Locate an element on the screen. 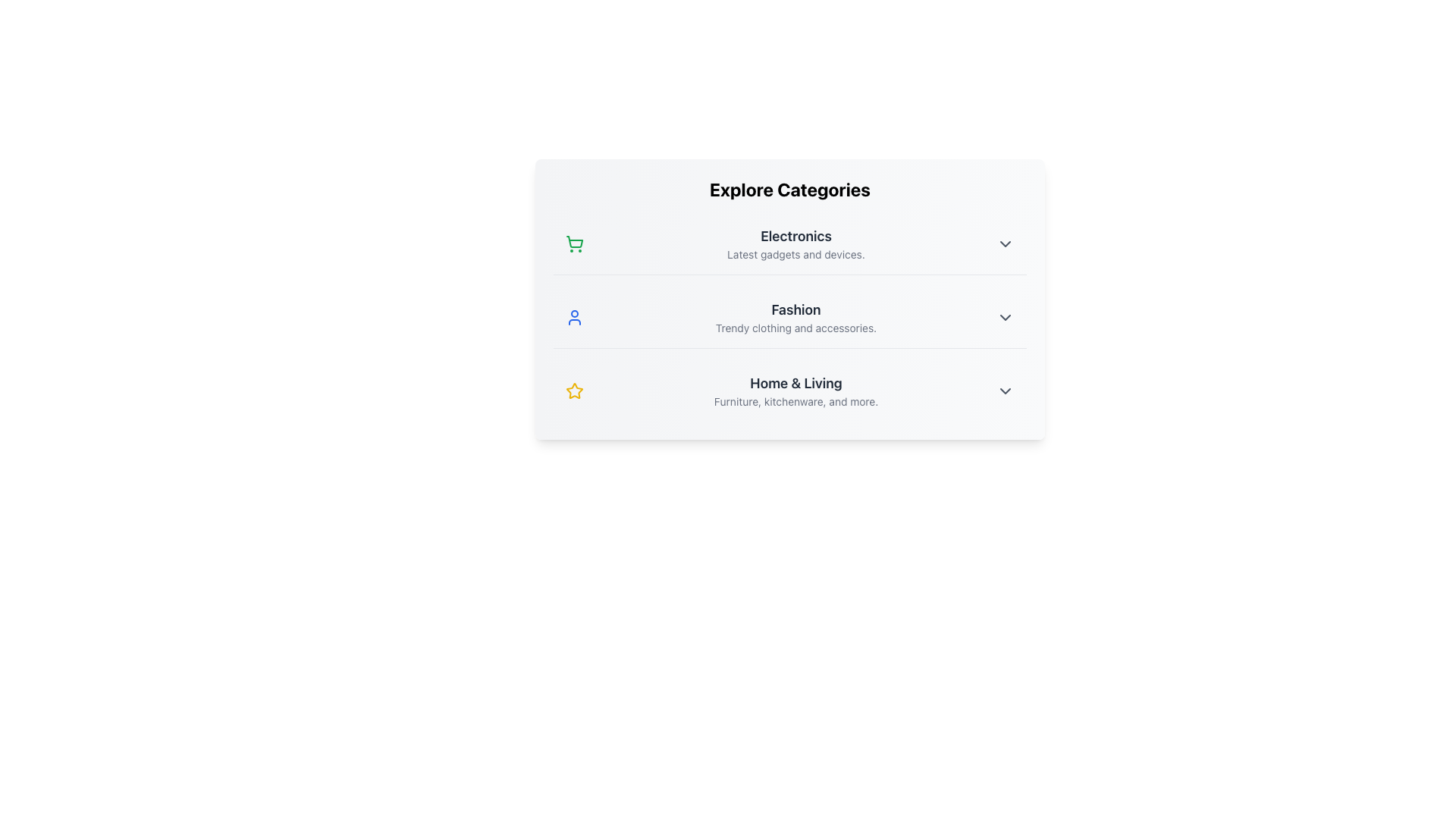 The width and height of the screenshot is (1456, 819). the text block displaying 'Trendy clothing and accessories.' which is located beneath the 'Fashion' text and part of the 'Explore Categories' section is located at coordinates (795, 327).